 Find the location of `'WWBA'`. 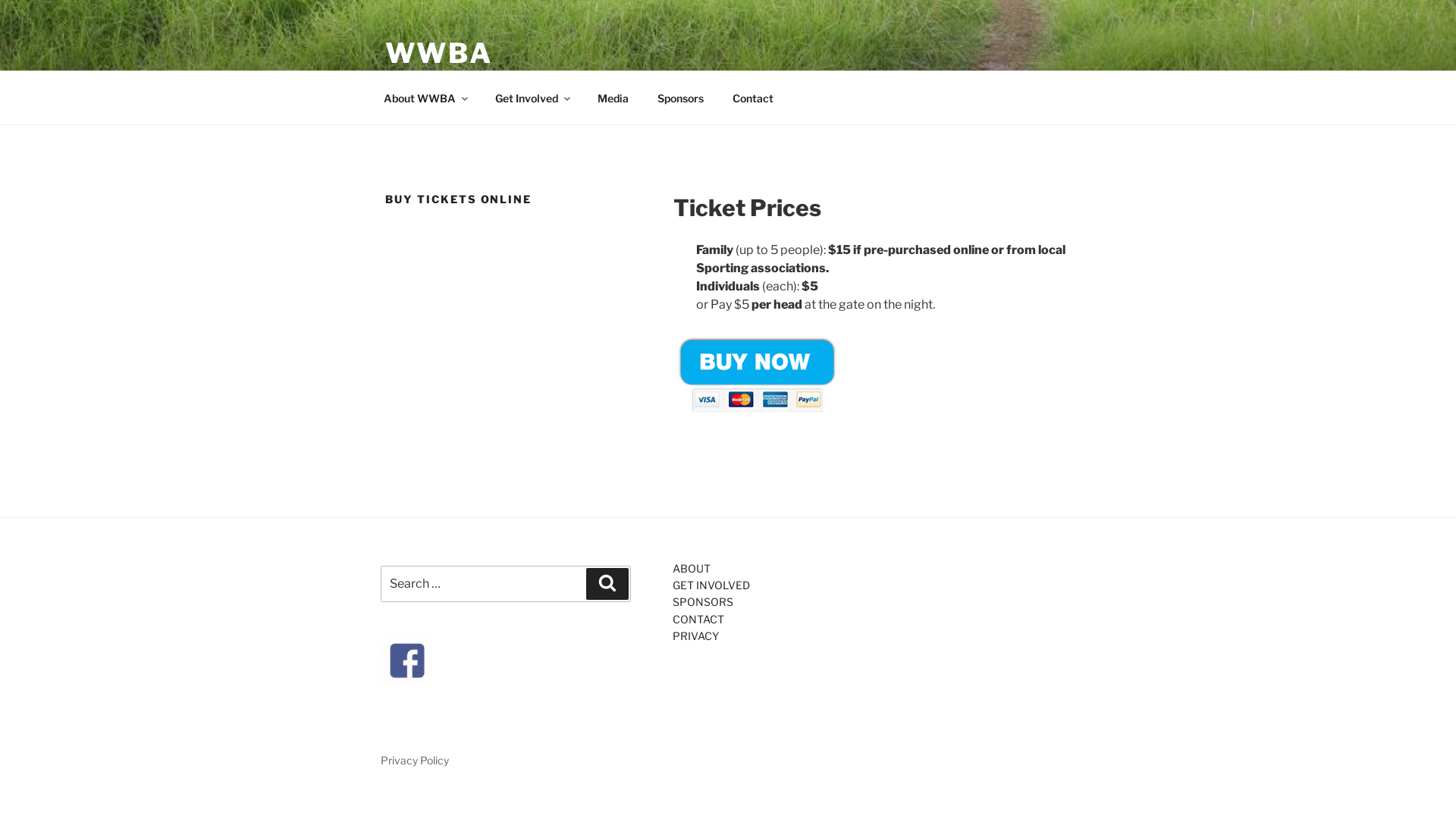

'WWBA' is located at coordinates (438, 52).